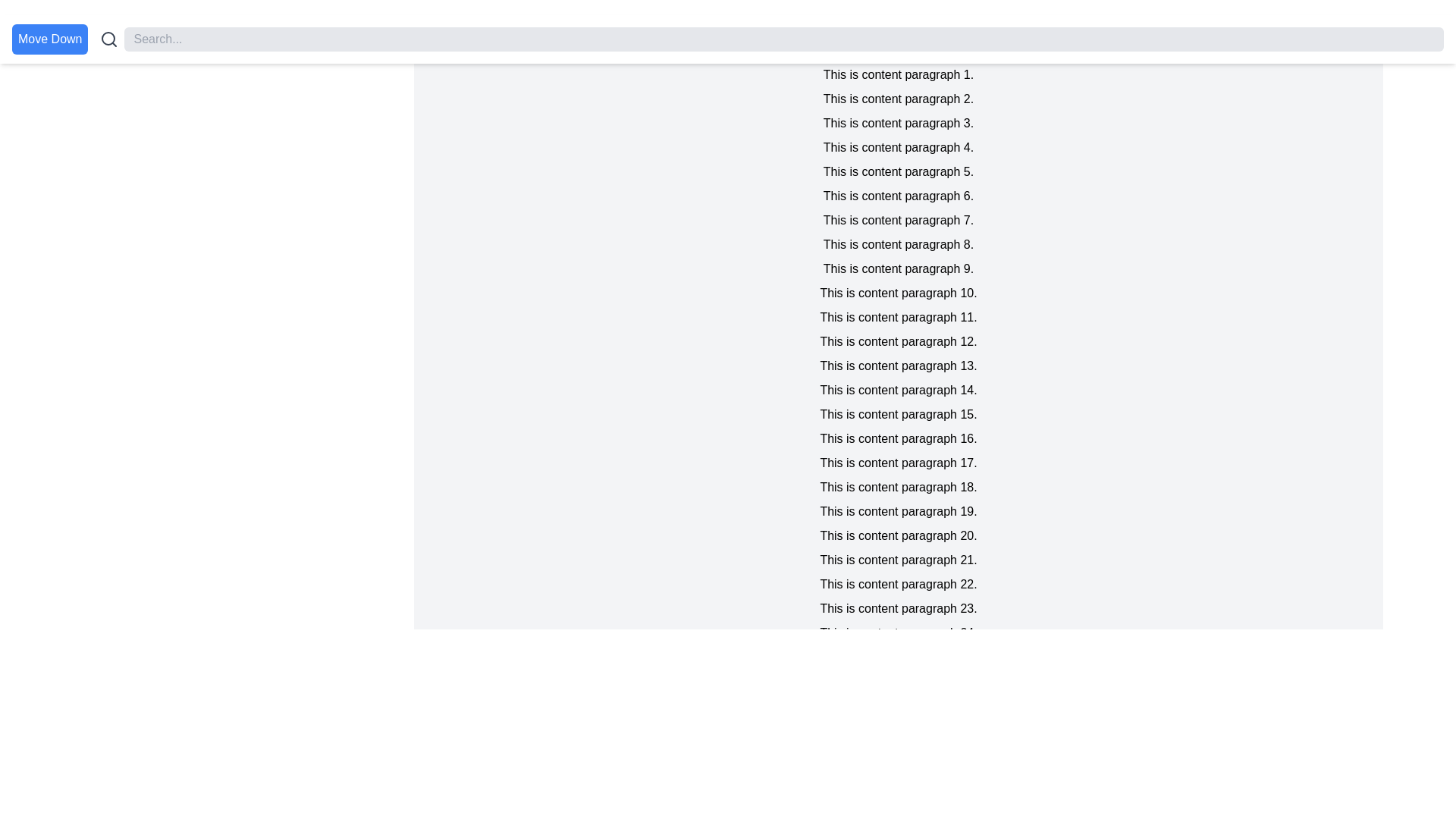 The width and height of the screenshot is (1456, 819). I want to click on the 9th informational paragraph in the vertical list of paragraphs, which is located beneath 'This is content paragraph 8.' and above 'This is content paragraph 10.', so click(899, 268).